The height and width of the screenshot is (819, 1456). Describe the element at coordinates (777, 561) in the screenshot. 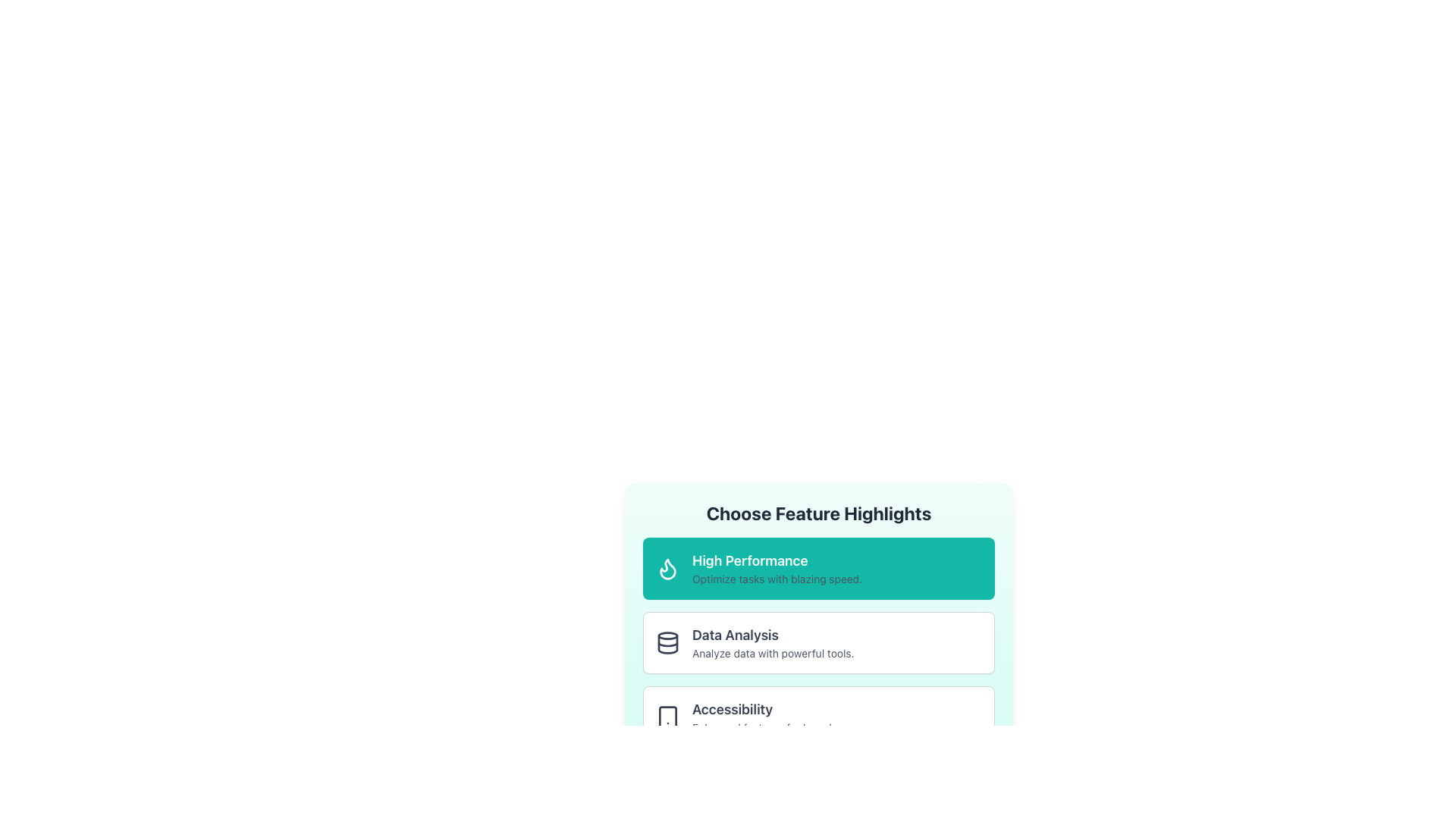

I see `the bold, large text label that reads 'High Performance', which is positioned at the top of a green rectangular section` at that location.